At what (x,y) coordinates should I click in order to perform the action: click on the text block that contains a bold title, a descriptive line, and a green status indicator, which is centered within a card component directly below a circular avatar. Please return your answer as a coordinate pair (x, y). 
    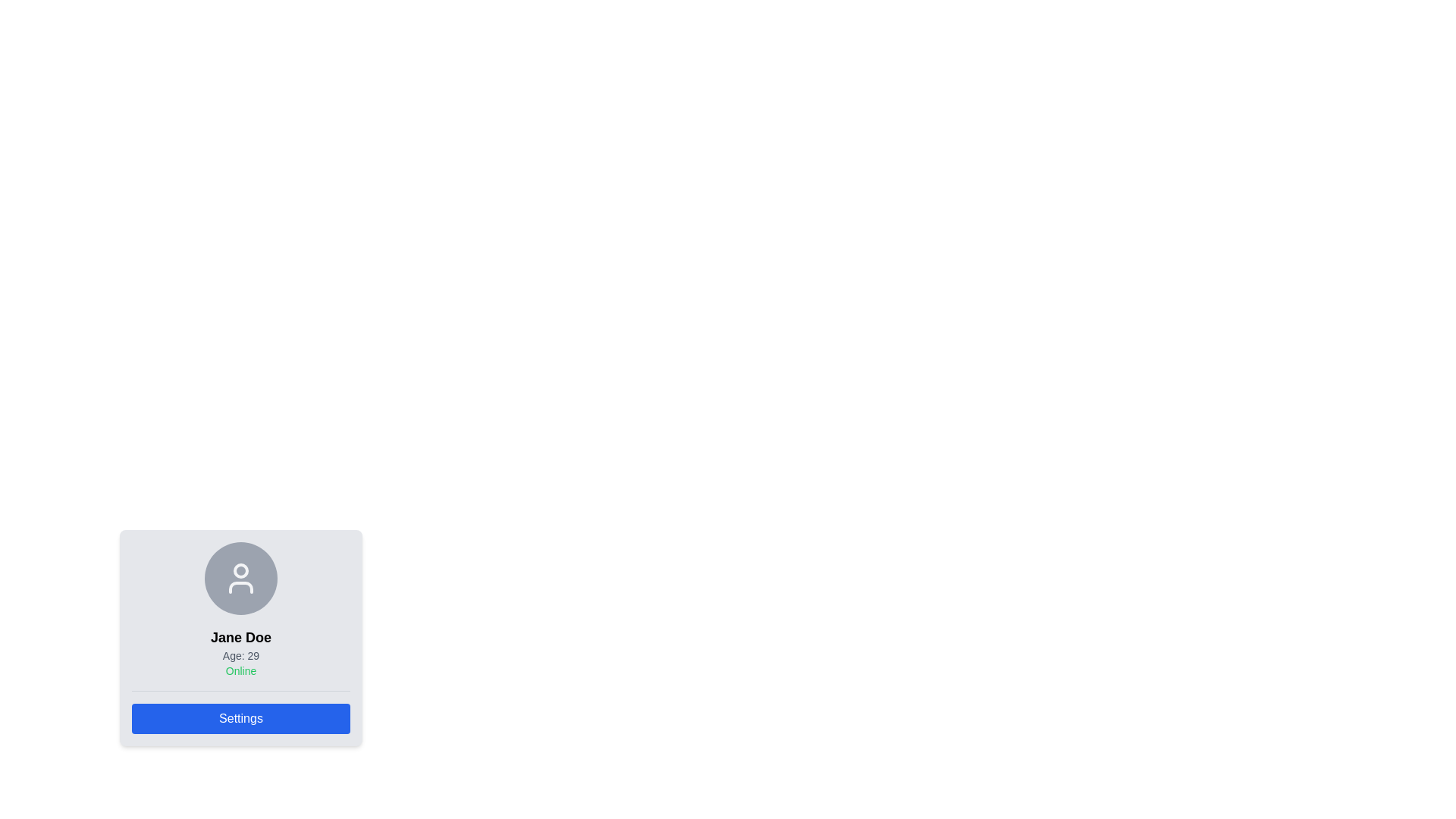
    Looking at the image, I should click on (240, 651).